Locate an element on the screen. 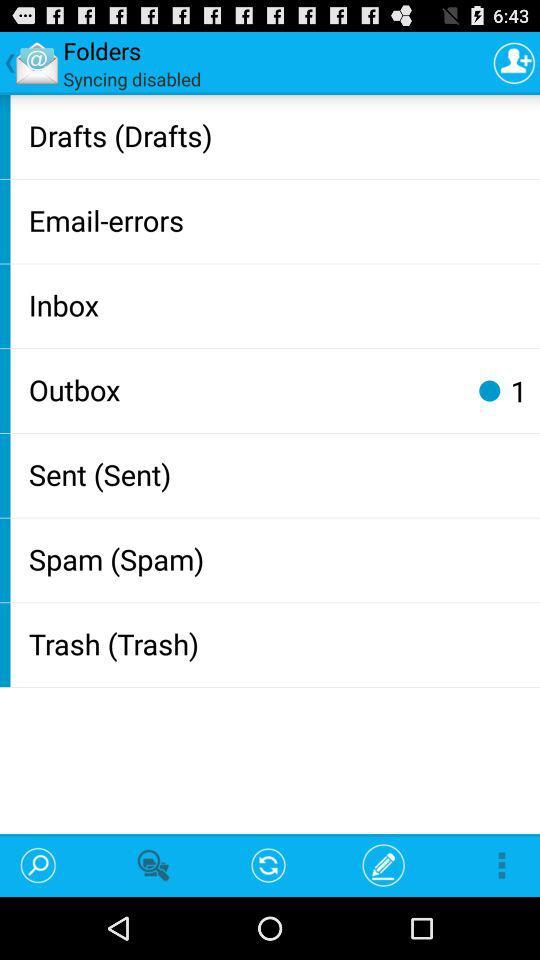  the app below the inbox icon is located at coordinates (244, 388).